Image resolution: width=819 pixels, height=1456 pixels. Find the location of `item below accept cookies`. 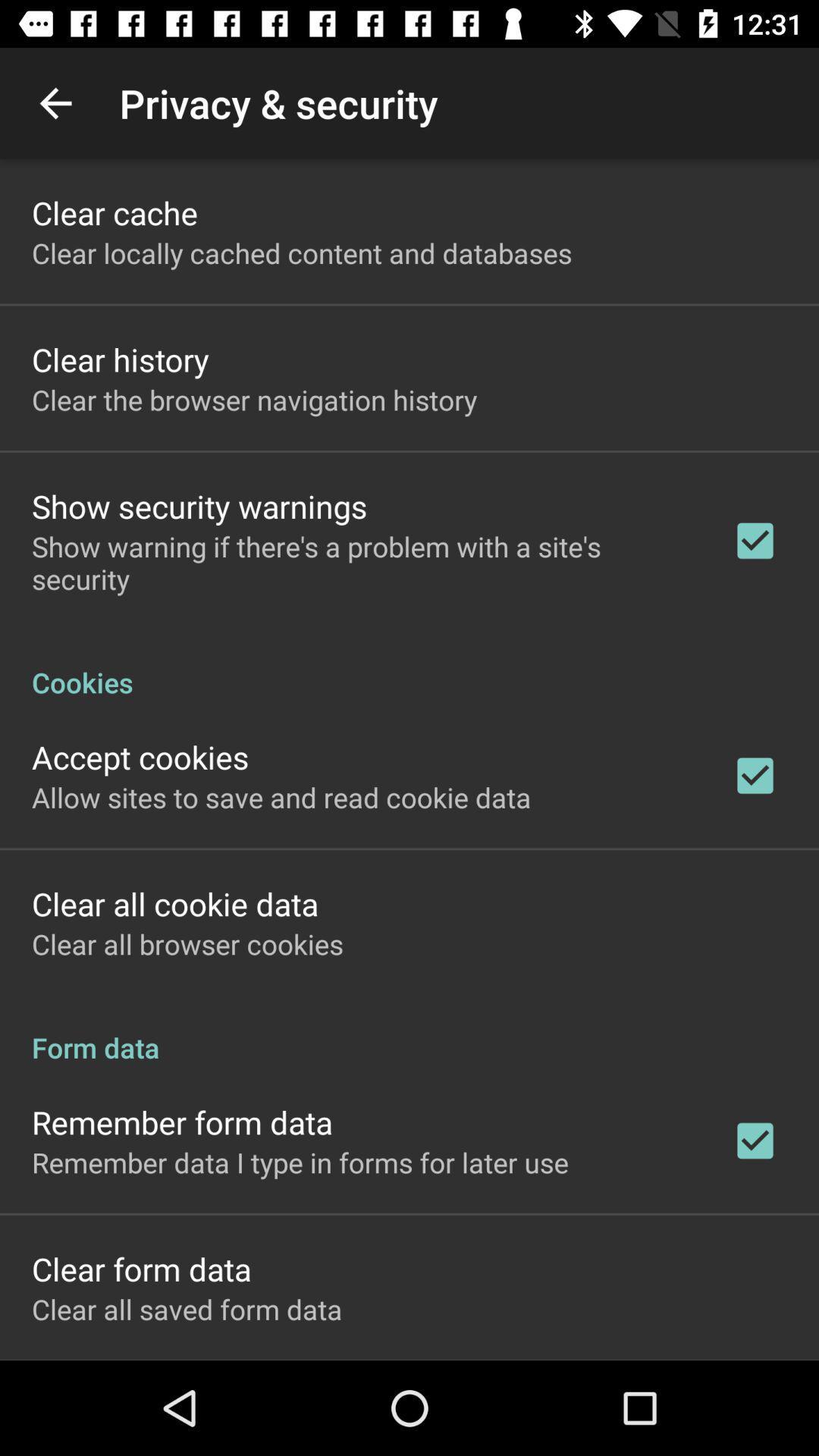

item below accept cookies is located at coordinates (281, 796).